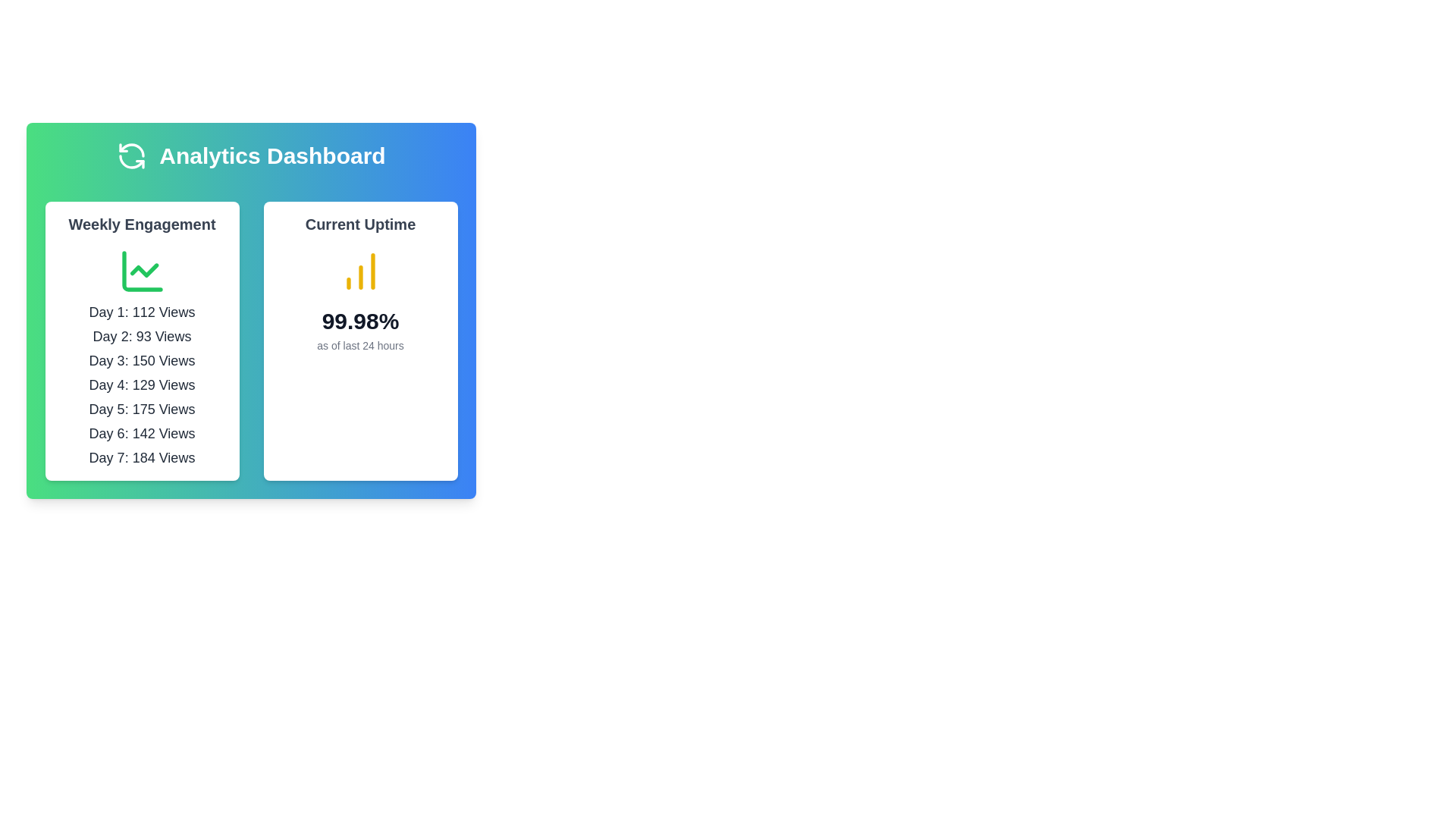 The image size is (1456, 819). I want to click on the card component displaying the system's uptime percentage, so click(359, 341).